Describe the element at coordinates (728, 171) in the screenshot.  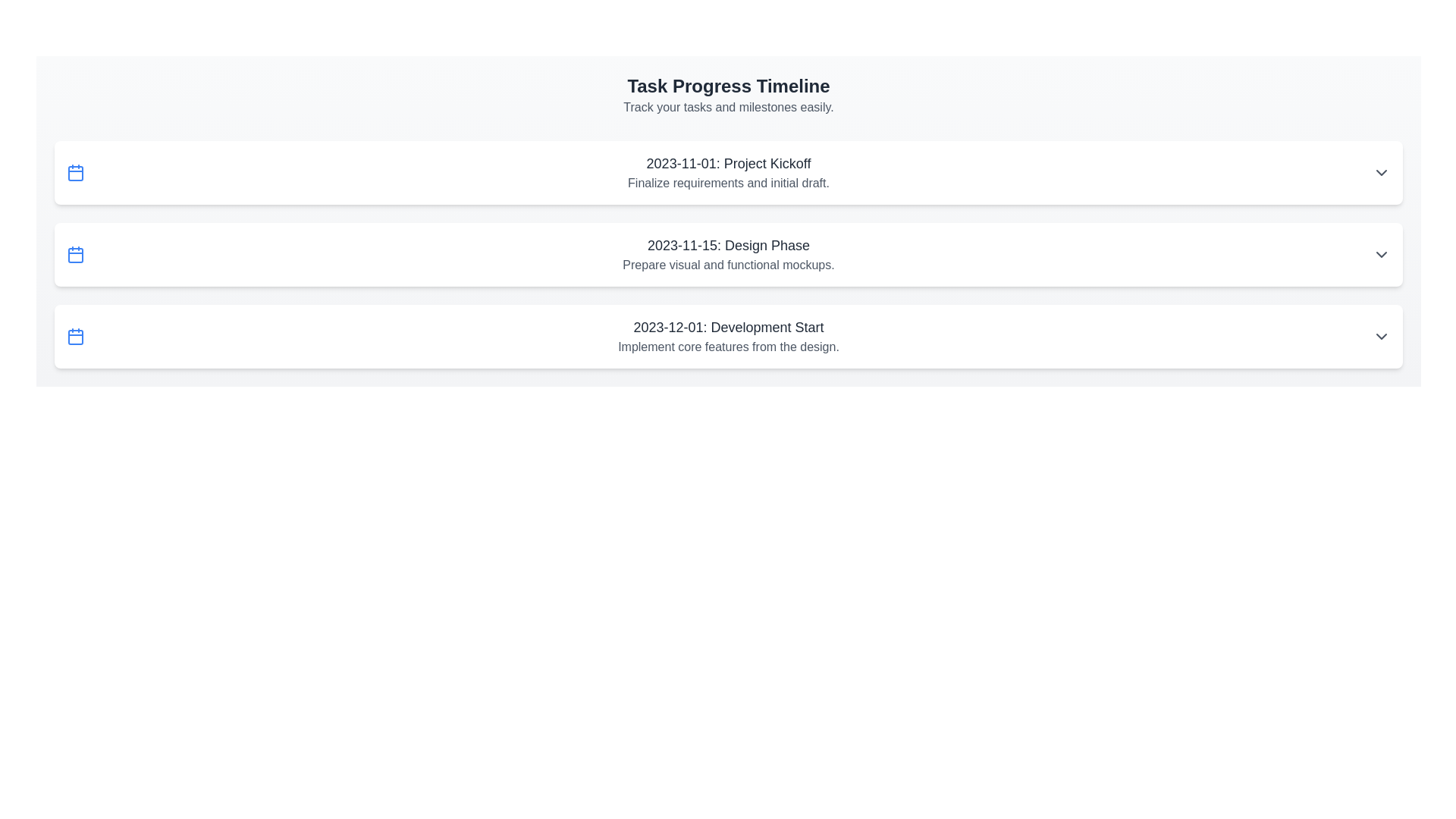
I see `the first task milestone` at that location.